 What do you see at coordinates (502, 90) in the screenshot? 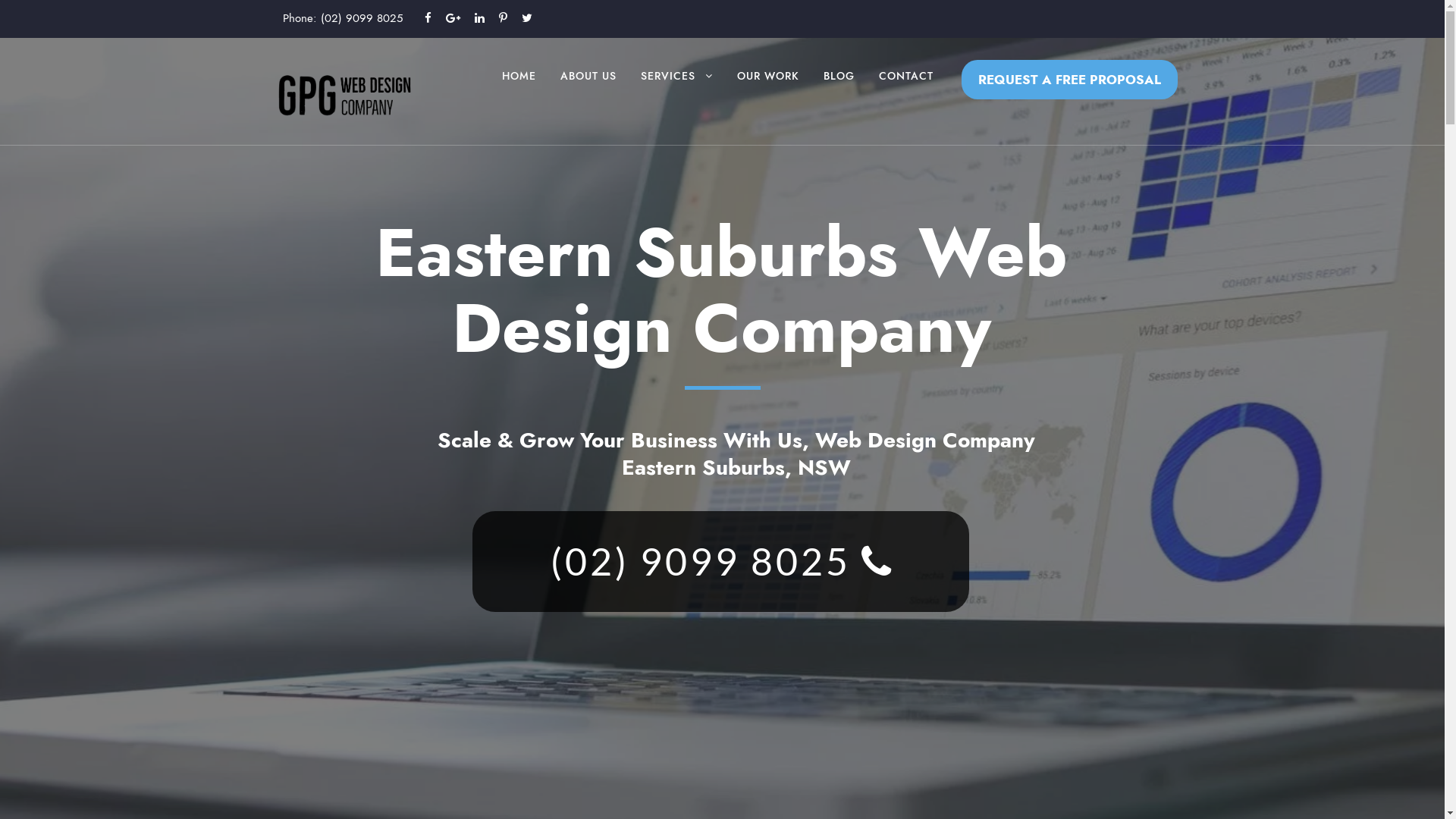
I see `'HOME'` at bounding box center [502, 90].